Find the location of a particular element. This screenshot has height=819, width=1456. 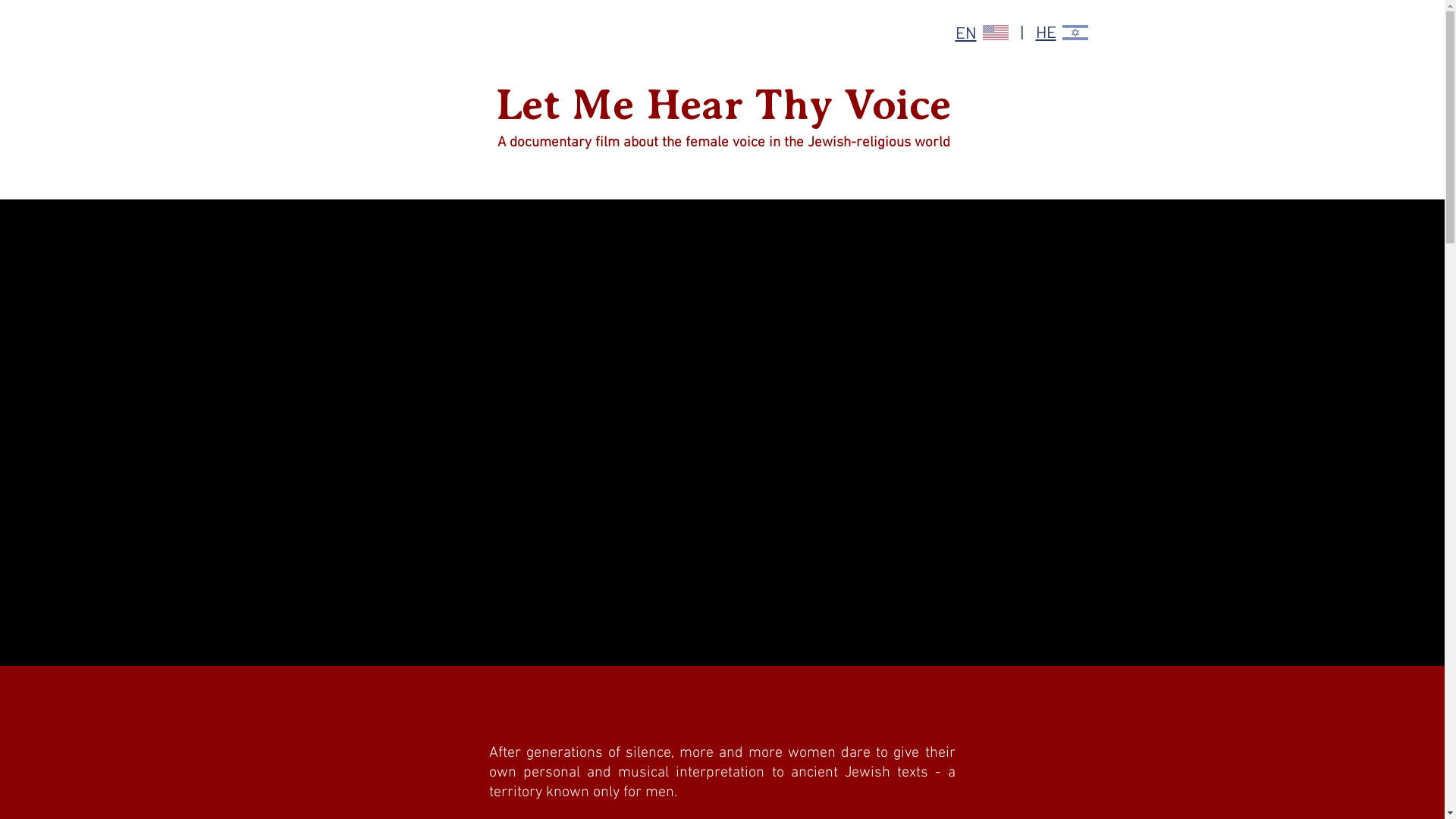

'EN' is located at coordinates (965, 33).